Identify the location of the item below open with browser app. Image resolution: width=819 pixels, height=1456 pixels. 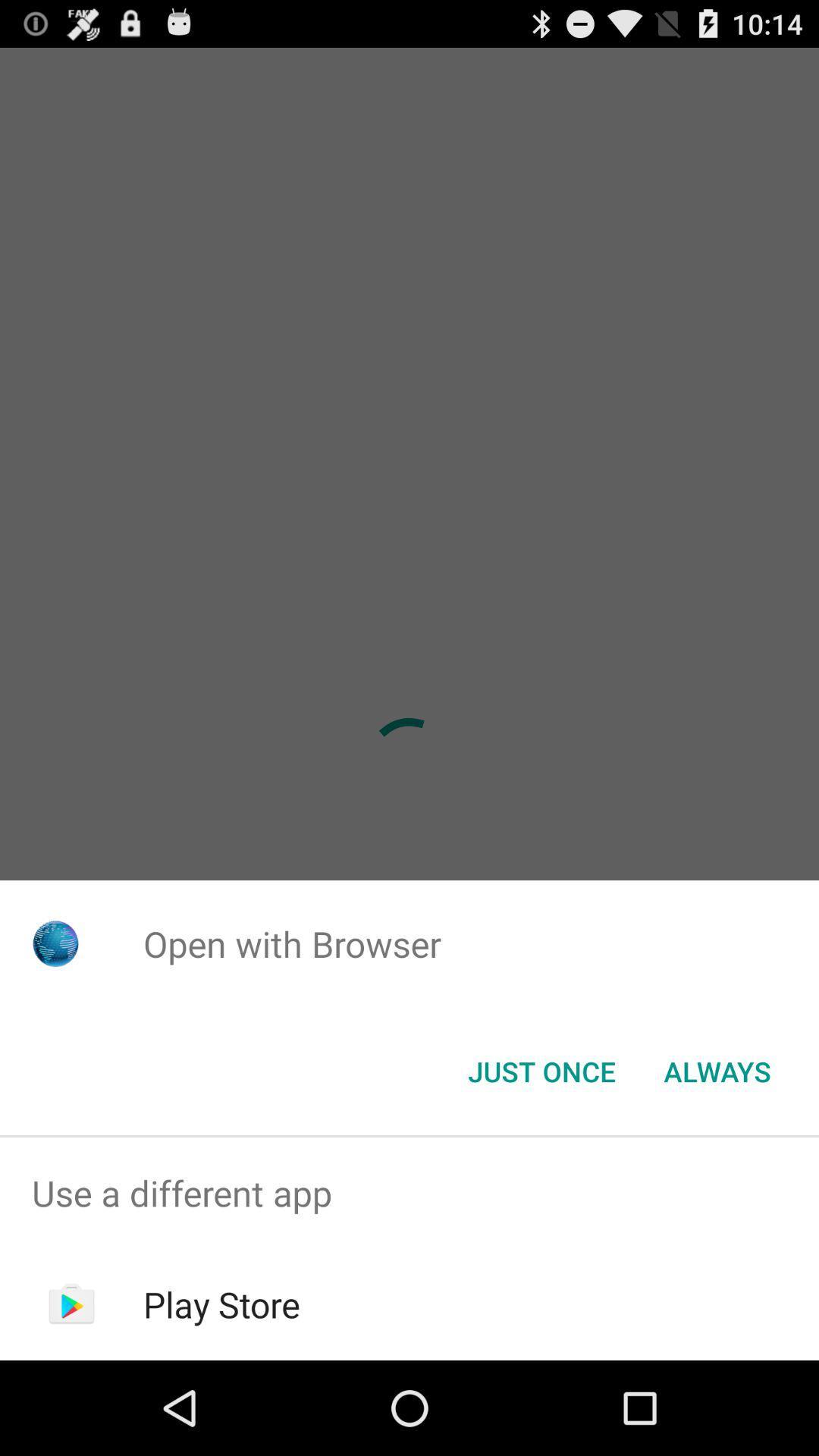
(541, 1070).